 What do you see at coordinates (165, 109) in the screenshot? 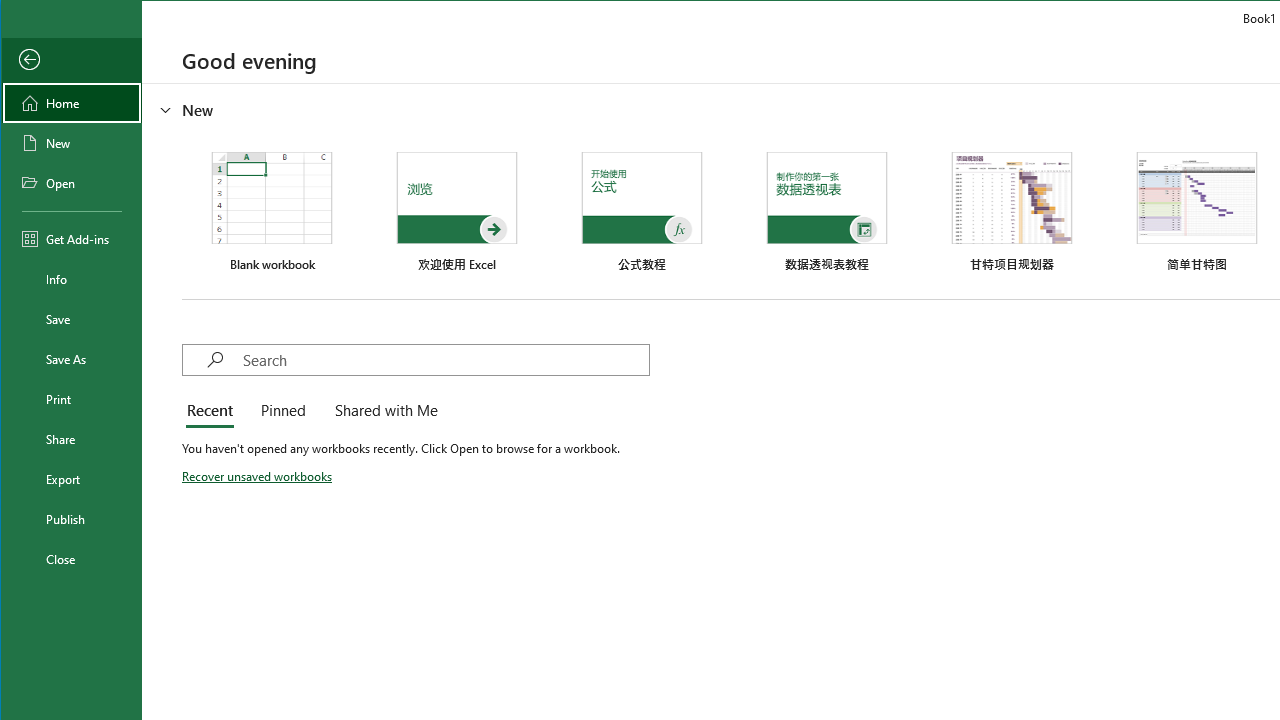
I see `'Hide or show region'` at bounding box center [165, 109].